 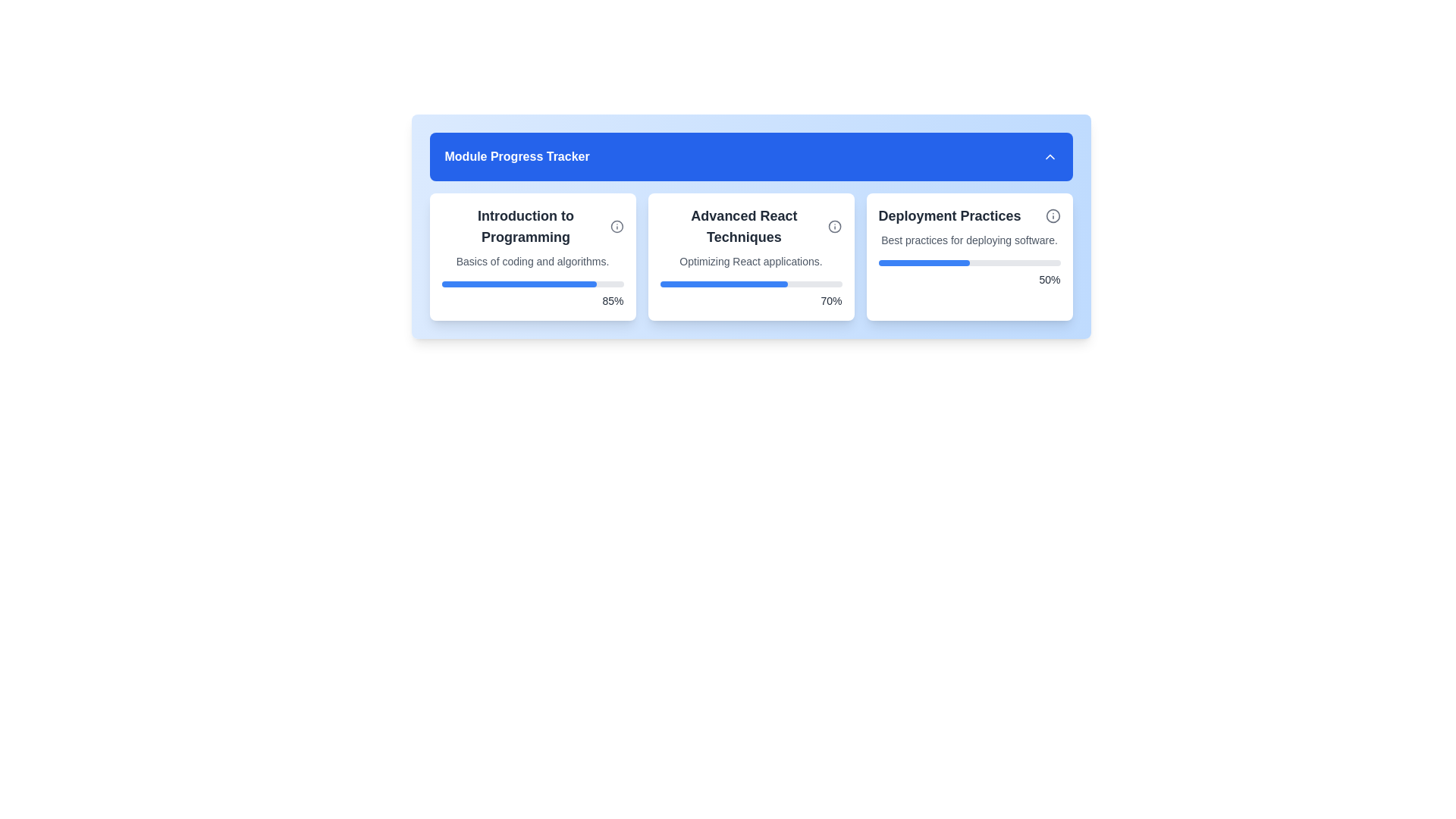 I want to click on the information icon with a thin circular border located in the top-right of the card labeled 'Advanced React Techniques', so click(x=834, y=227).